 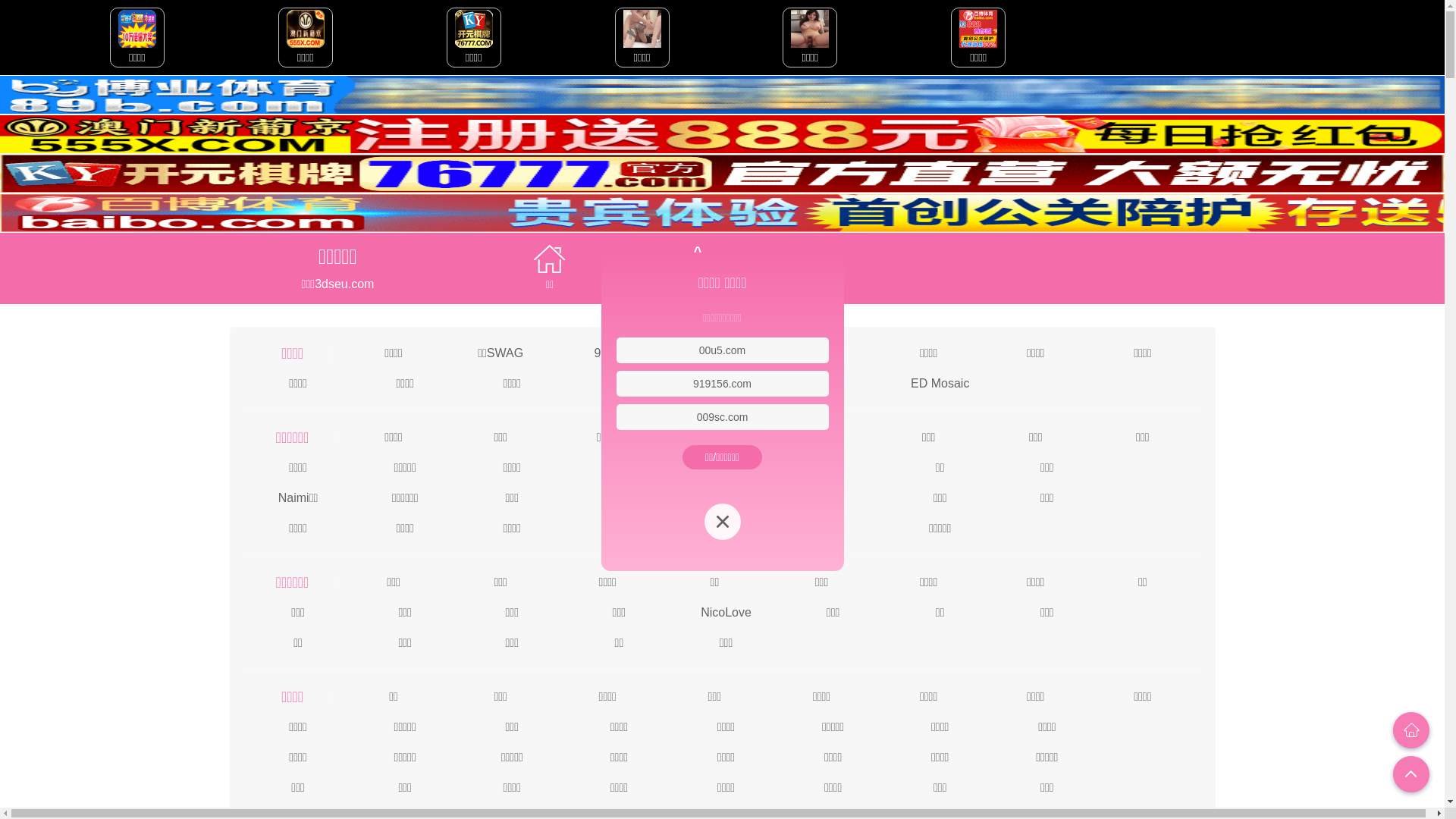 What do you see at coordinates (725, 610) in the screenshot?
I see `'NicoLove'` at bounding box center [725, 610].